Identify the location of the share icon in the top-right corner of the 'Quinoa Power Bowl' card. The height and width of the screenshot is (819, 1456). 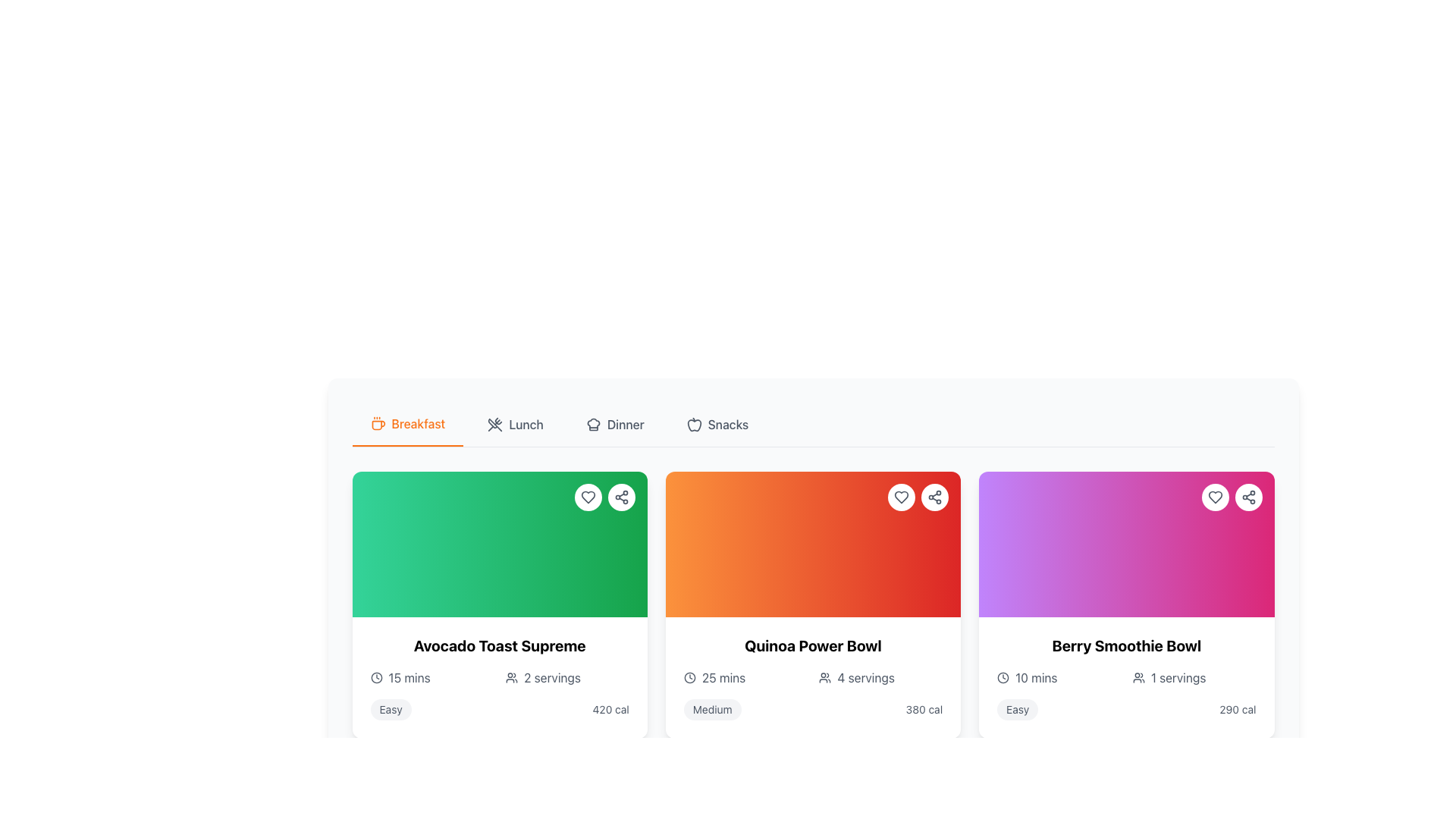
(934, 497).